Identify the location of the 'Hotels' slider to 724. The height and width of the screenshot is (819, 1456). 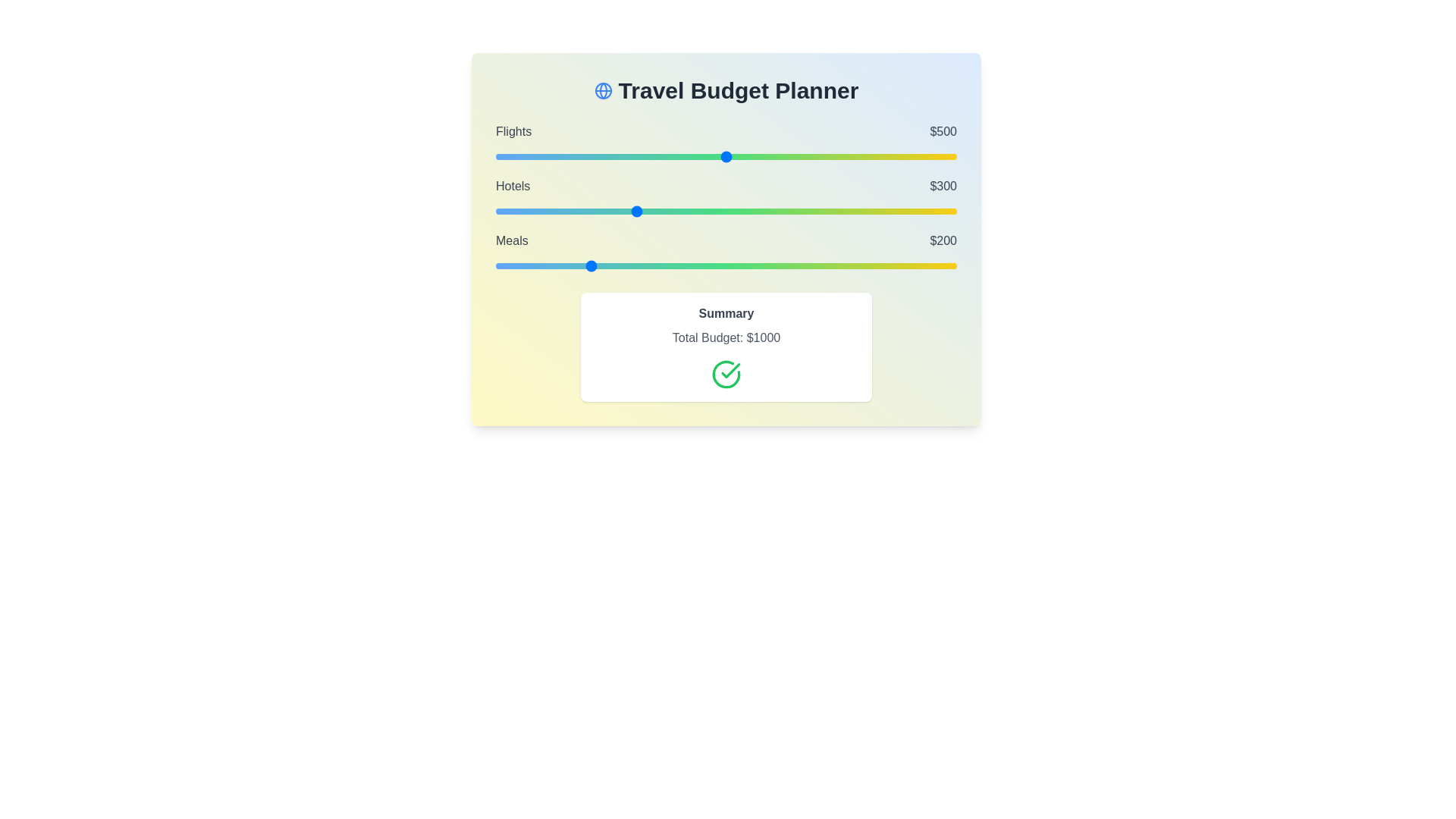
(829, 211).